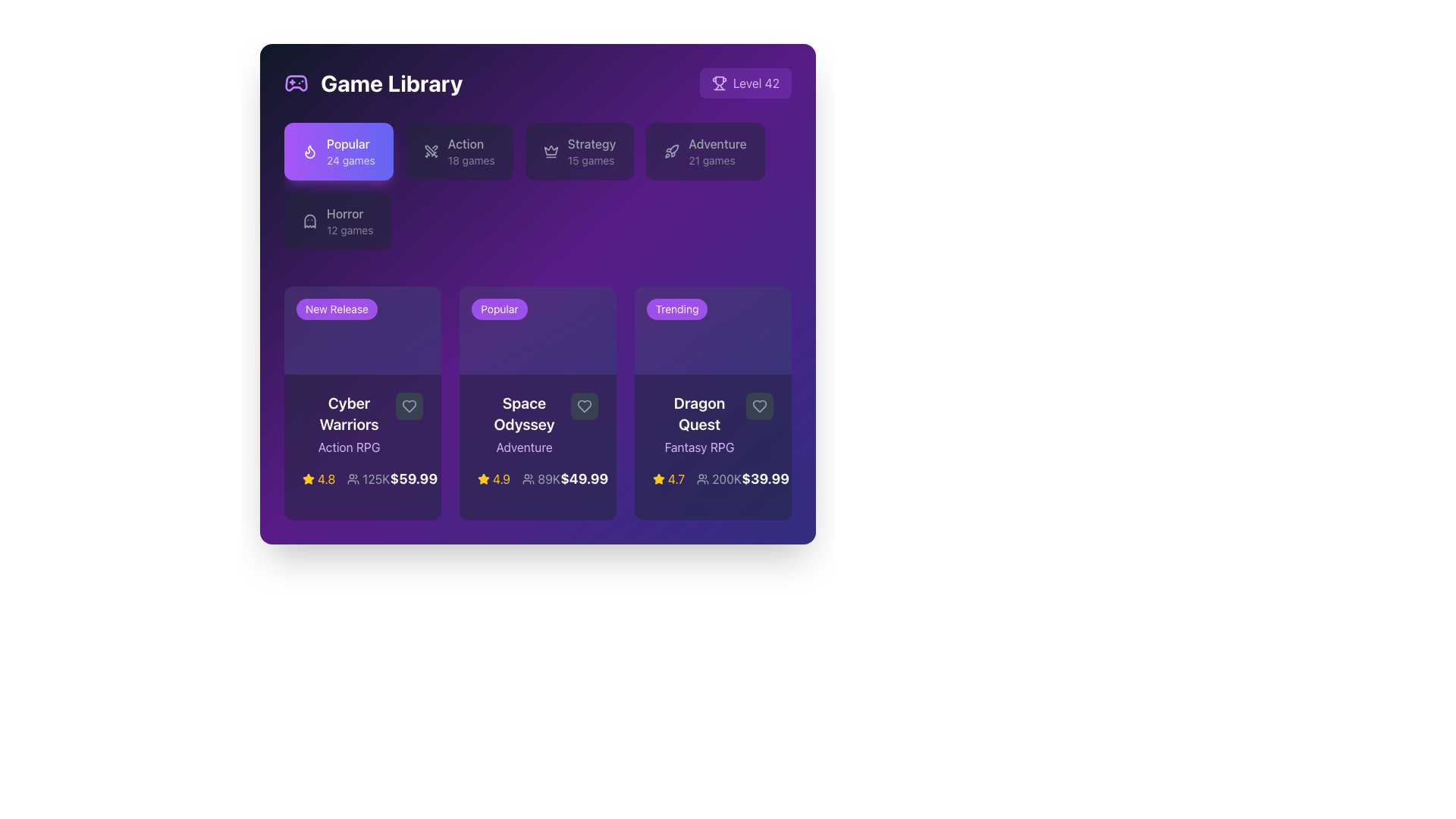  Describe the element at coordinates (318, 479) in the screenshot. I see `the rating value displayed by the star icon for the 'Cyber Warriors' game, located in the first card of the bottom row of the game list` at that location.